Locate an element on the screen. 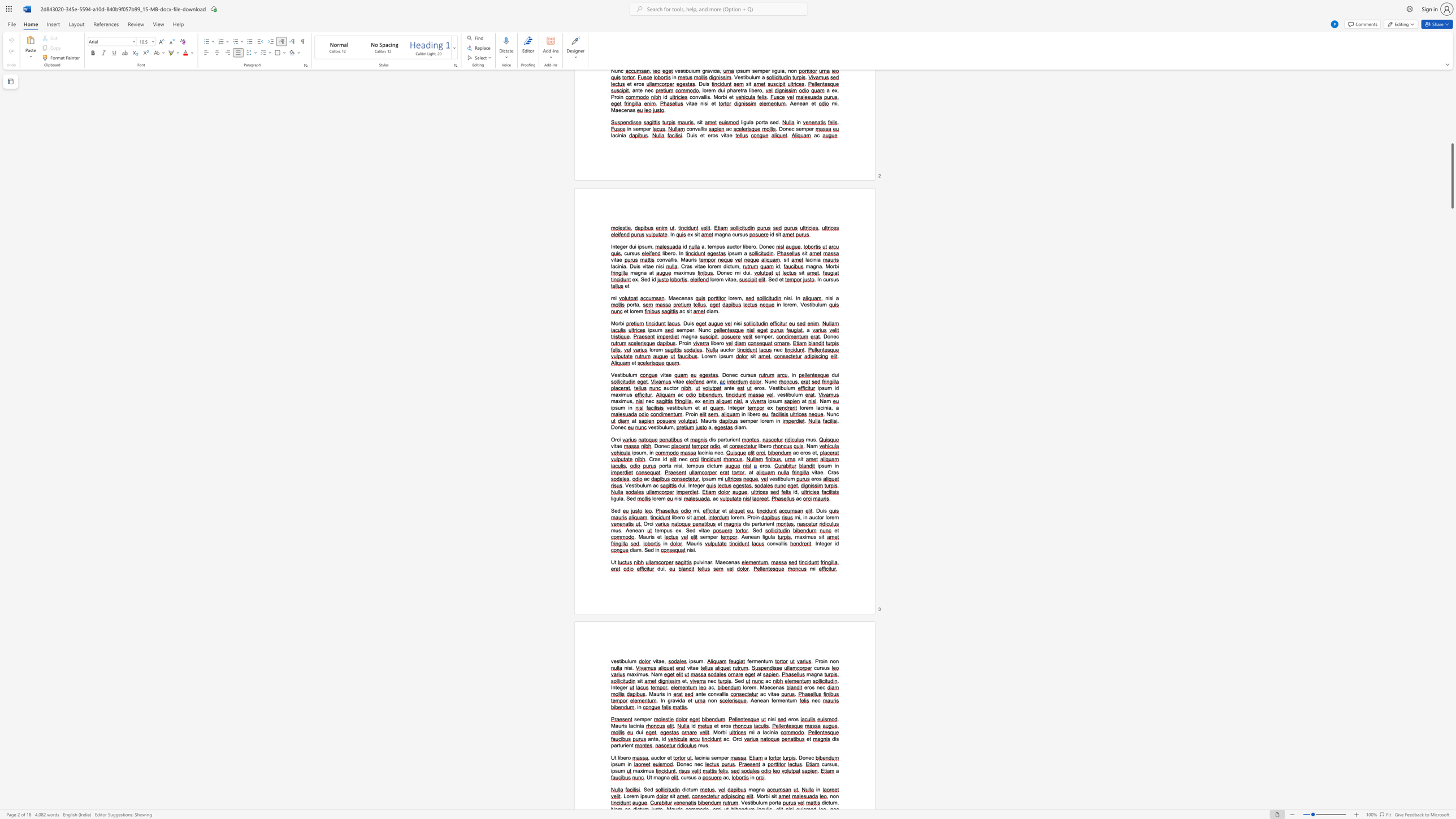 This screenshot has height=819, width=1456. the space between the continuous character "n" and "i" in the text is located at coordinates (704, 757).